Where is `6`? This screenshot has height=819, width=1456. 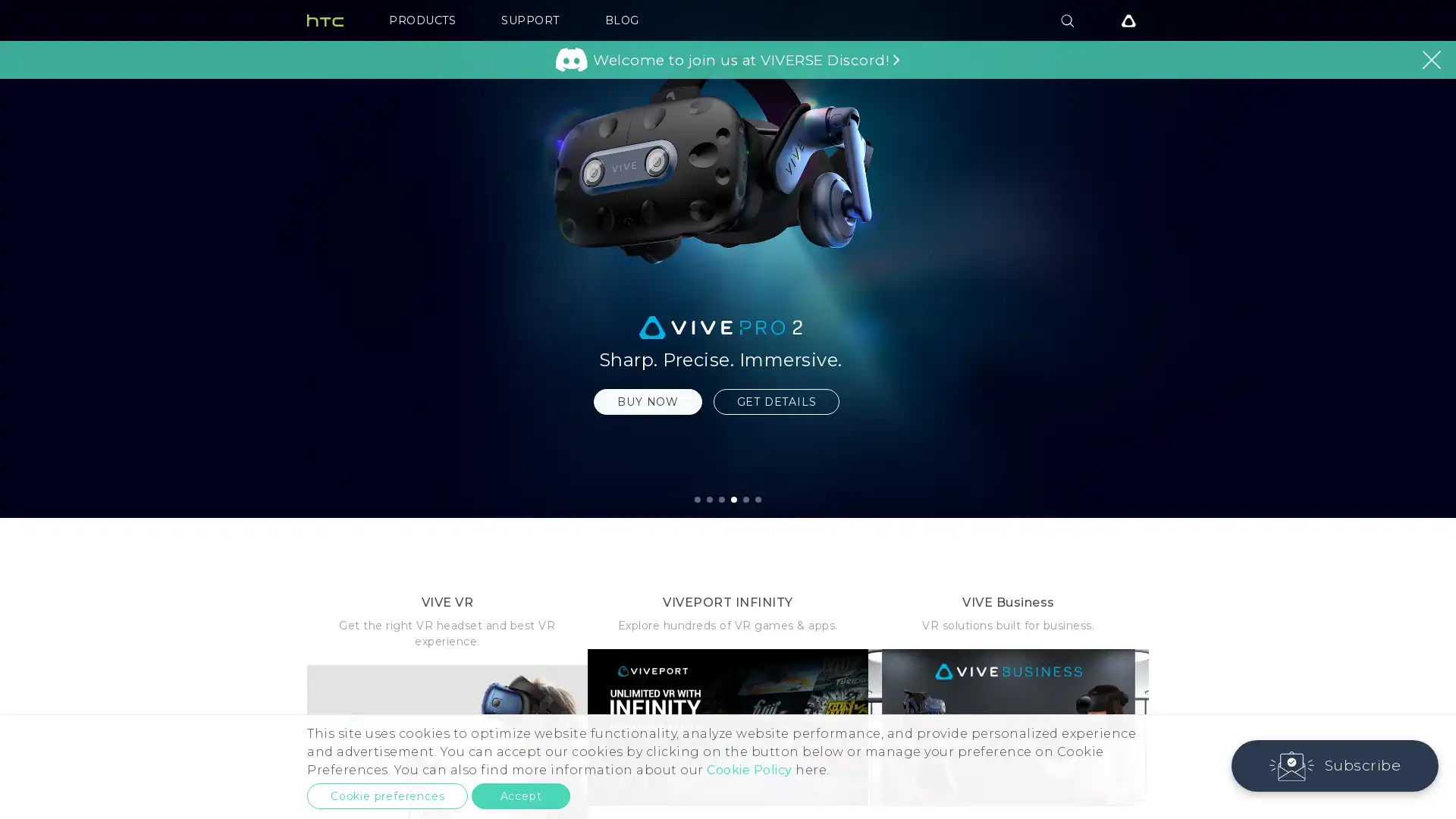
6 is located at coordinates (758, 500).